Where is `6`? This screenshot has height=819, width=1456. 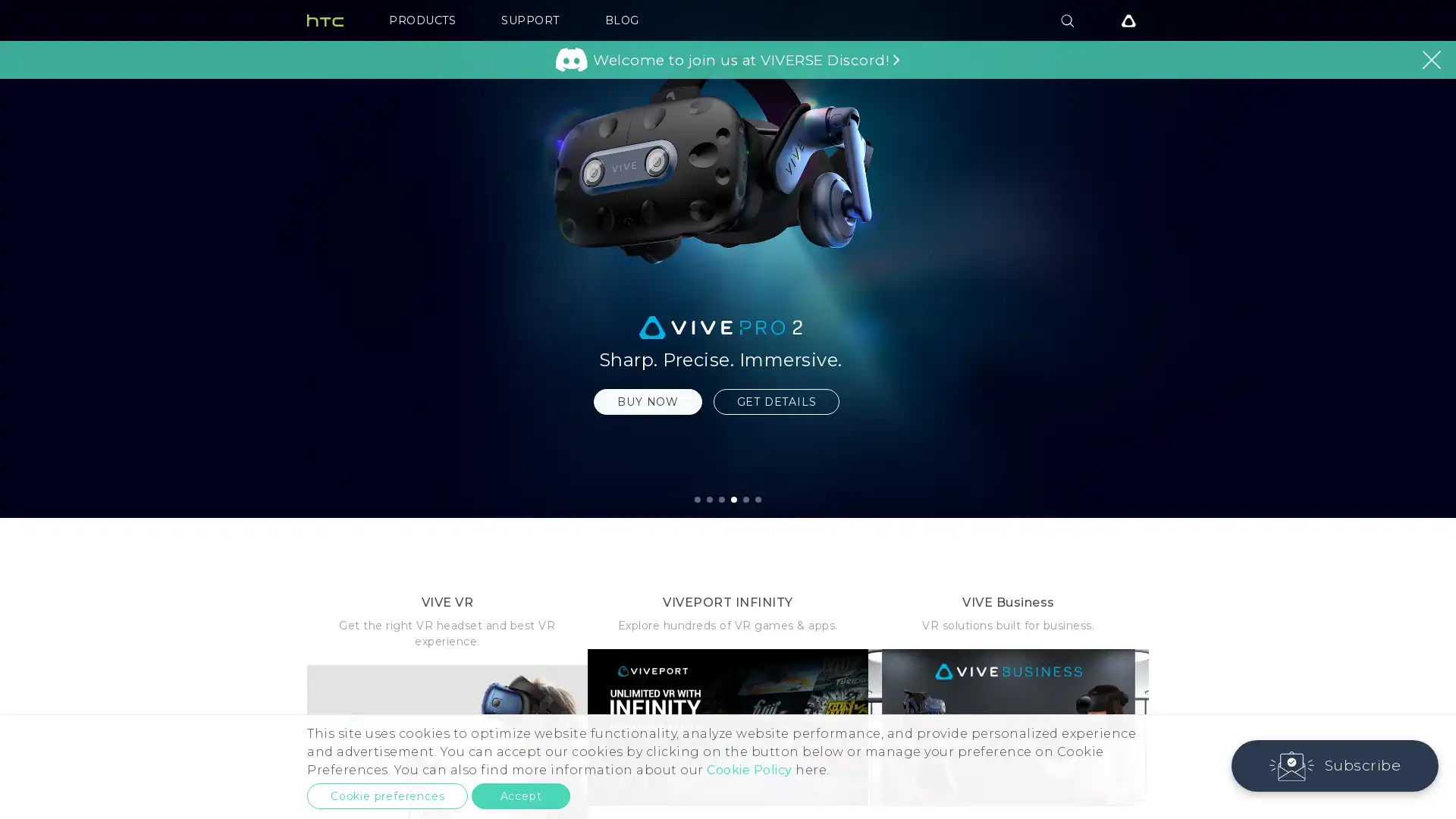
6 is located at coordinates (758, 500).